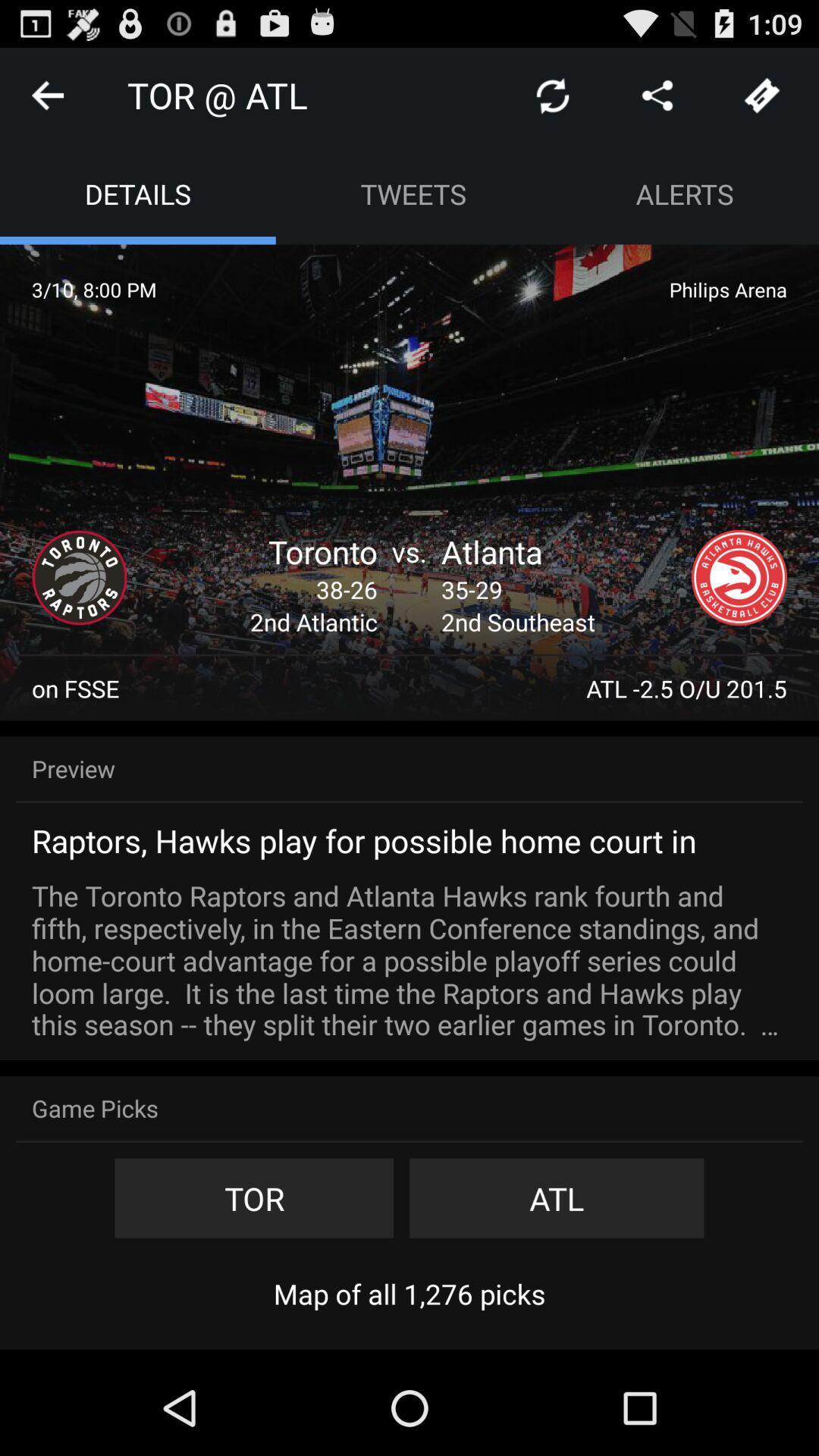  What do you see at coordinates (657, 101) in the screenshot?
I see `the share icon` at bounding box center [657, 101].